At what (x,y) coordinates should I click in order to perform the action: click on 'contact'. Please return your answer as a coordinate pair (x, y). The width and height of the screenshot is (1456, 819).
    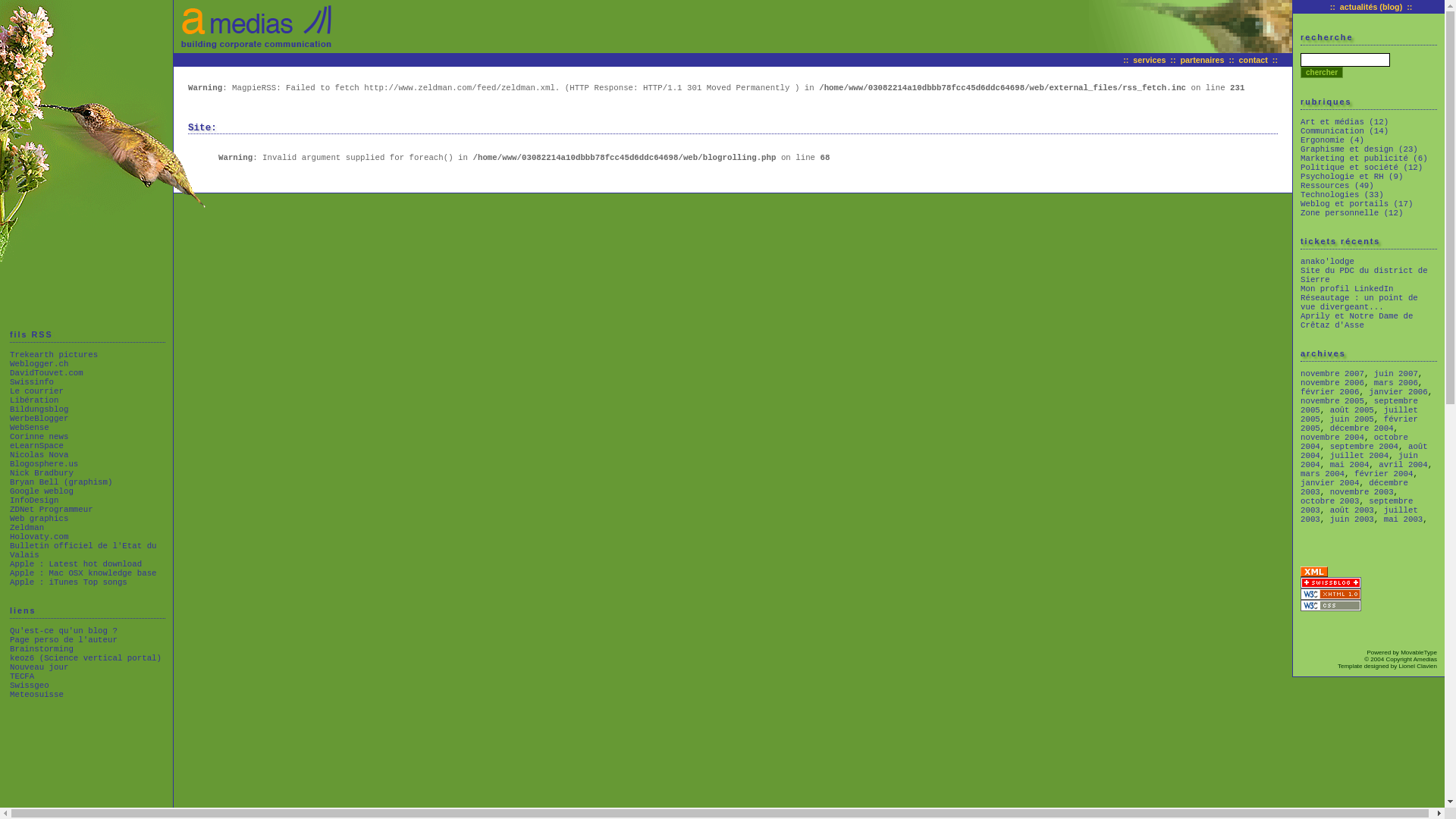
    Looking at the image, I should click on (1253, 58).